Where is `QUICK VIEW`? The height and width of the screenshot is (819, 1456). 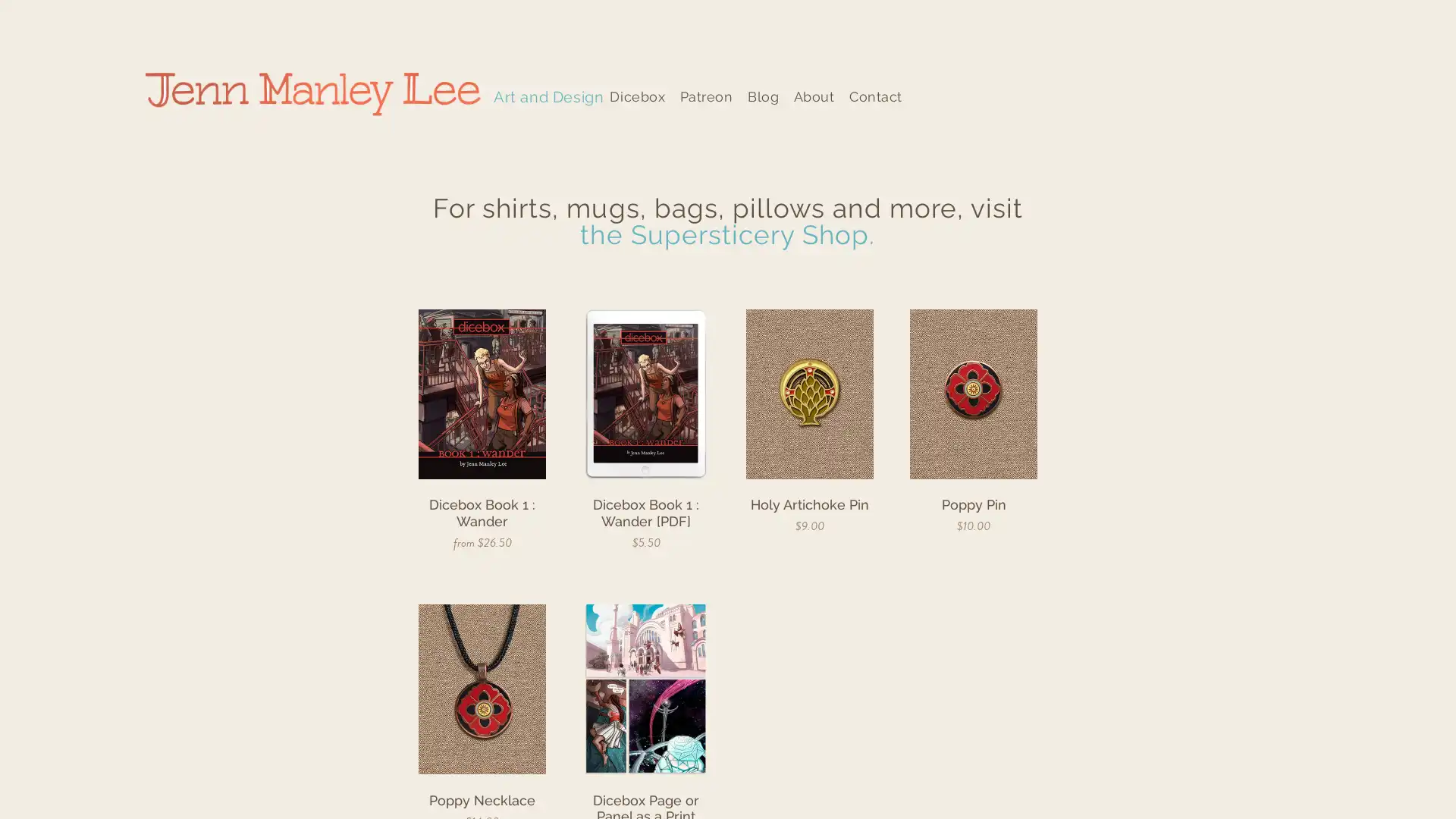
QUICK VIEW is located at coordinates (645, 519).